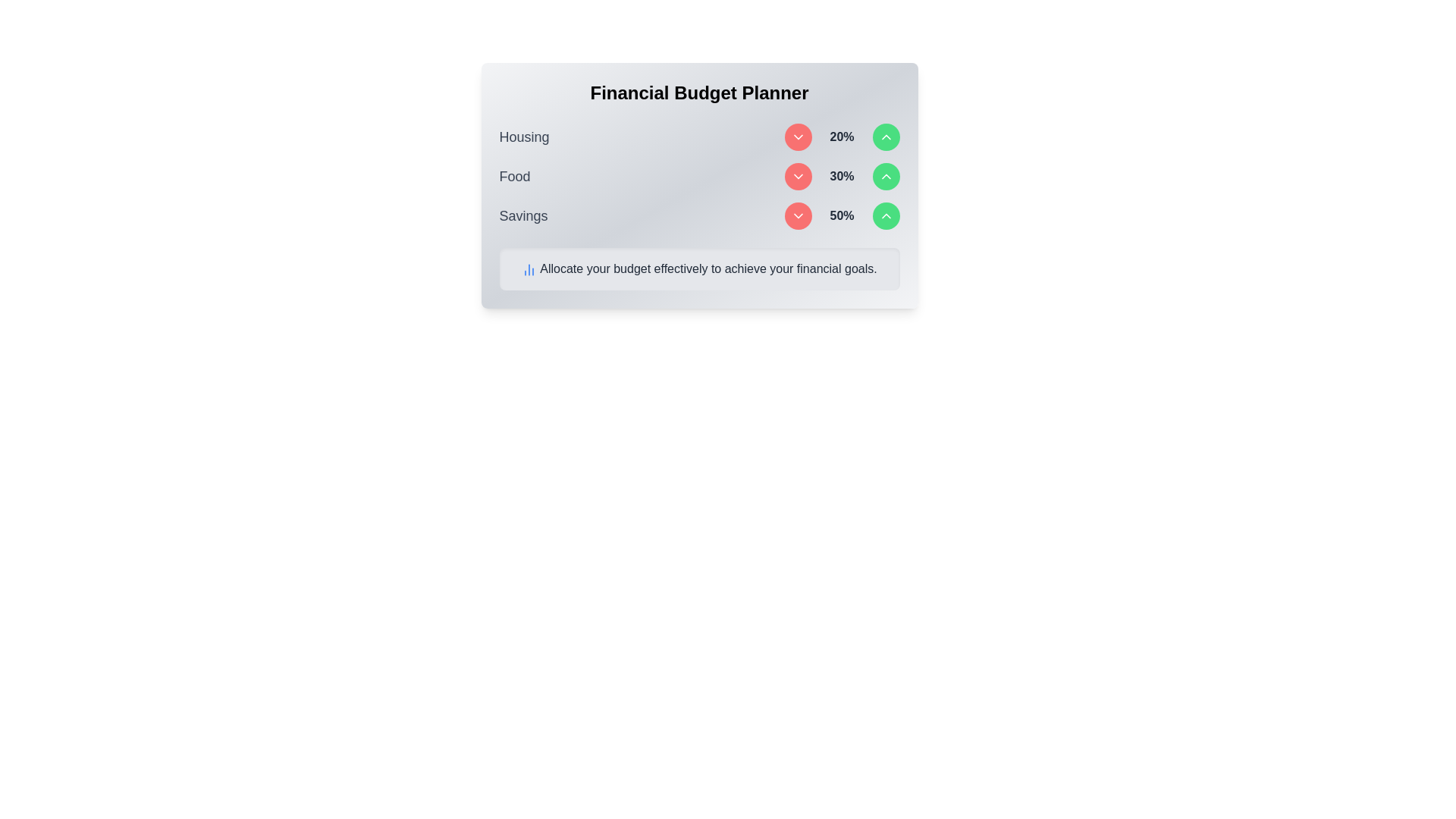 The image size is (1456, 819). Describe the element at coordinates (886, 137) in the screenshot. I see `the increment button located at the rightmost side of the row labeled '20%', which is visually aligned with the '20%' text and the red circular button with a downward-pointing chevron` at that location.